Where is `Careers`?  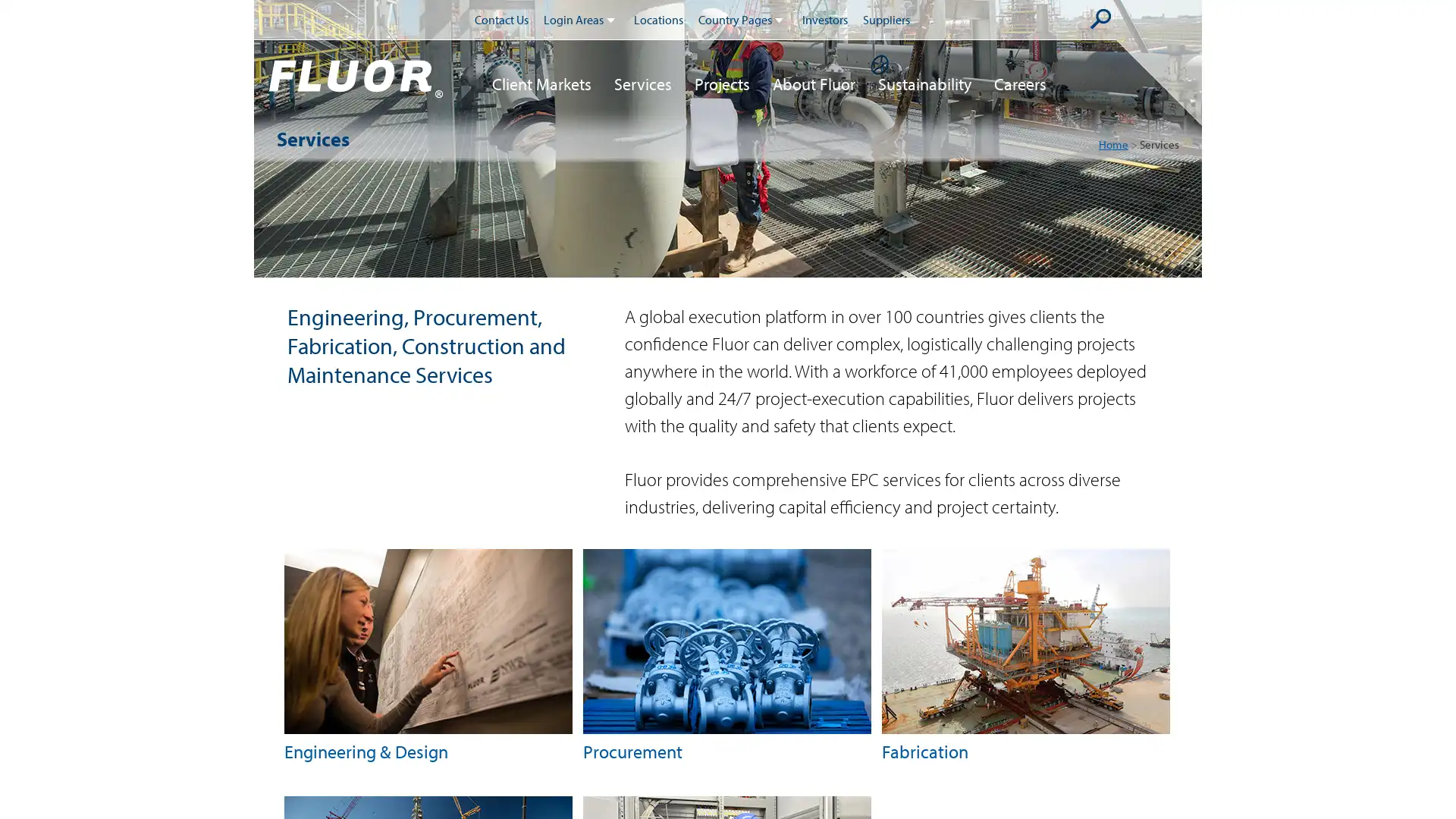 Careers is located at coordinates (1020, 74).